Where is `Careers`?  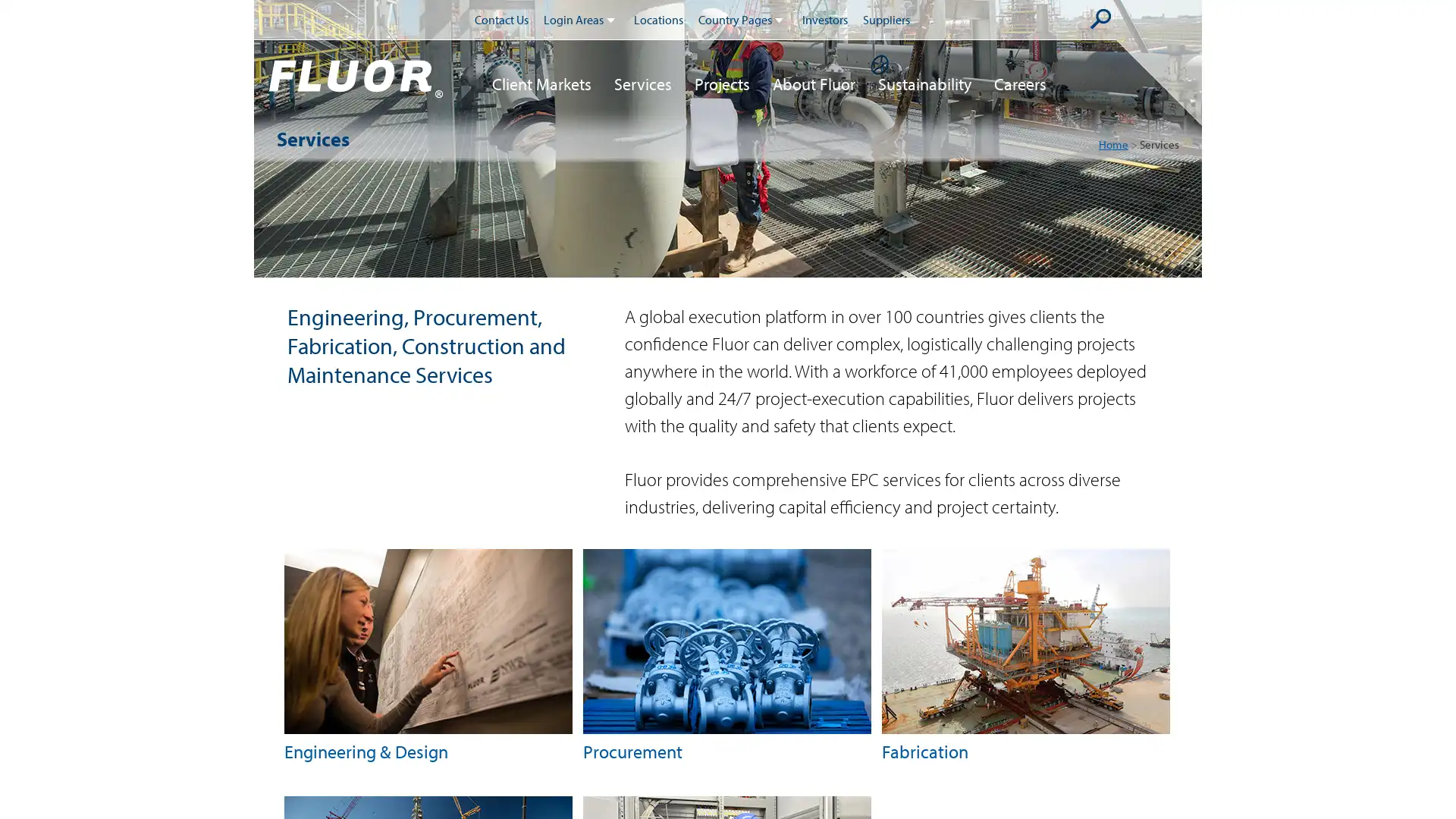 Careers is located at coordinates (1020, 74).